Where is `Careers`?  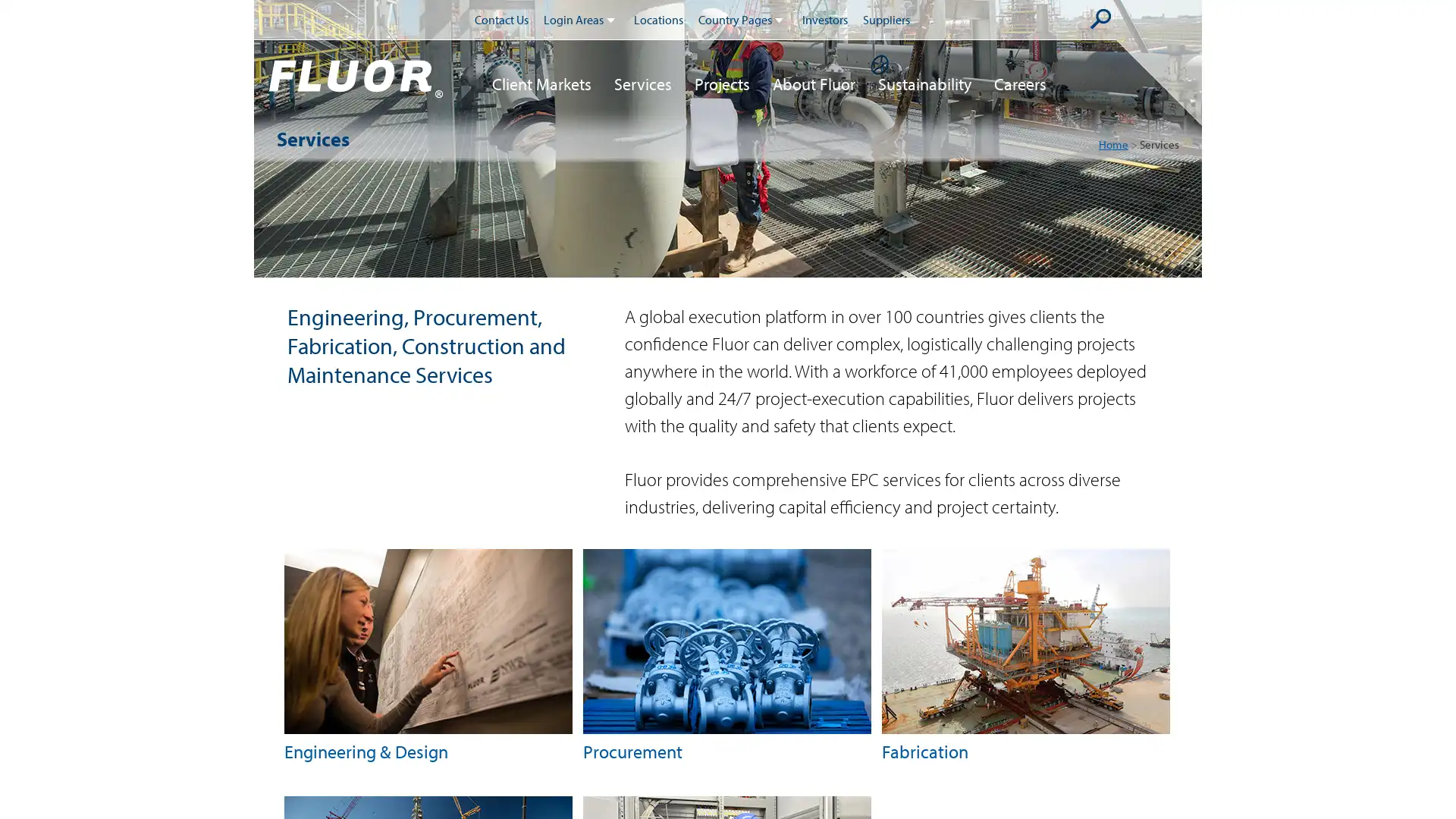 Careers is located at coordinates (1020, 74).